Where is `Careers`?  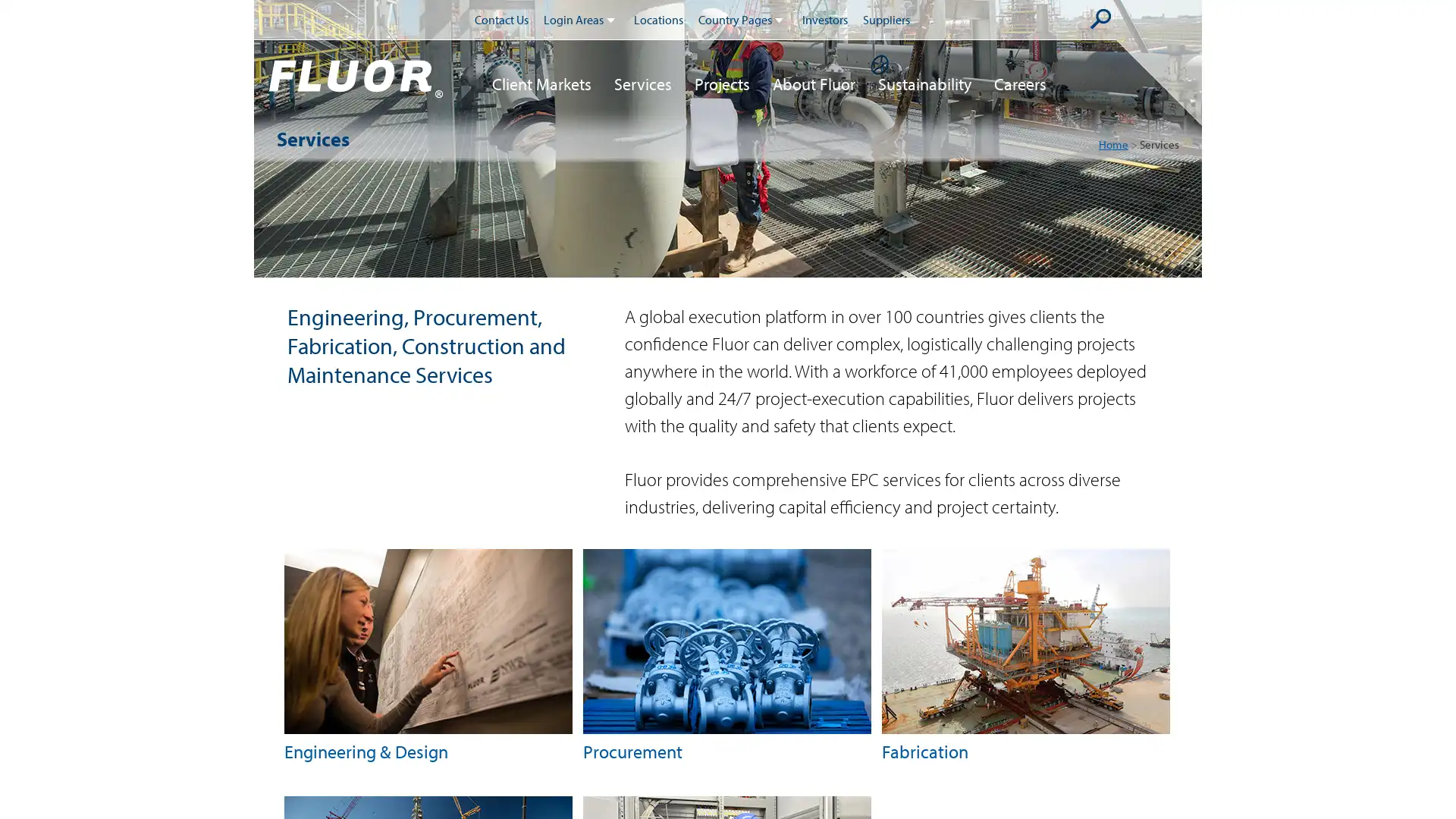 Careers is located at coordinates (1020, 74).